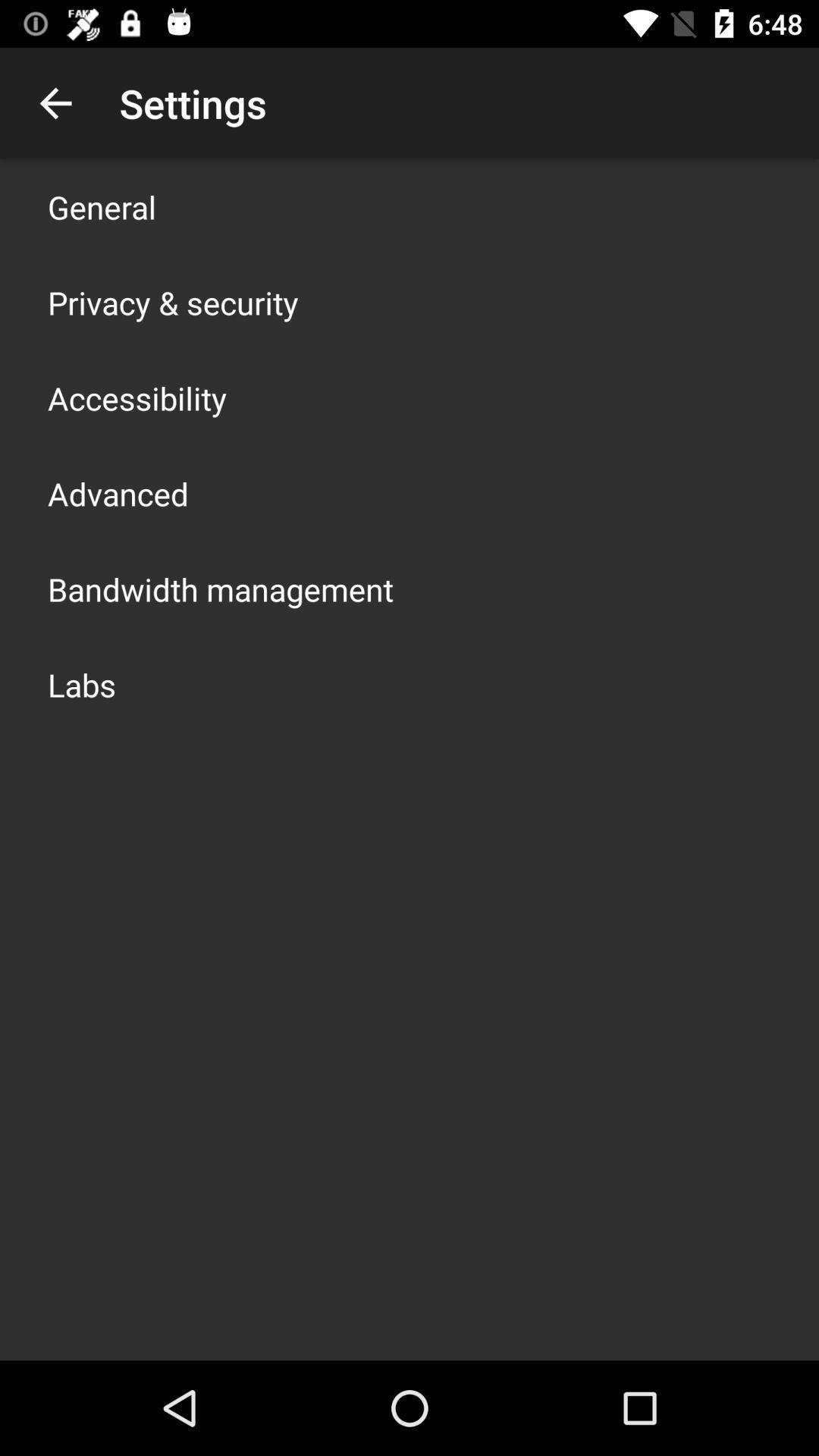 Image resolution: width=819 pixels, height=1456 pixels. What do you see at coordinates (55, 102) in the screenshot?
I see `app next to settings item` at bounding box center [55, 102].